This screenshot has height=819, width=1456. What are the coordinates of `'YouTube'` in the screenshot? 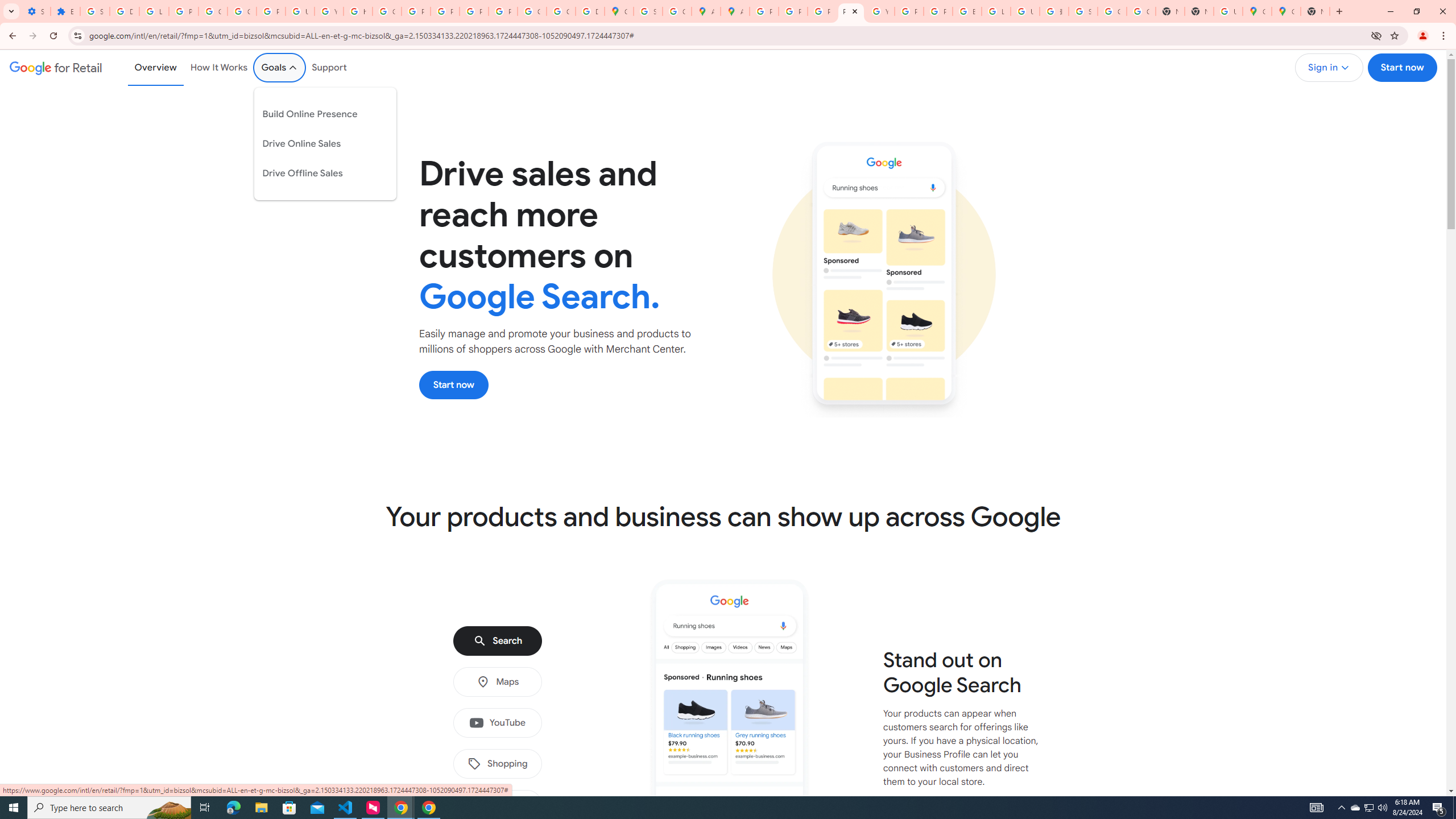 It's located at (497, 723).